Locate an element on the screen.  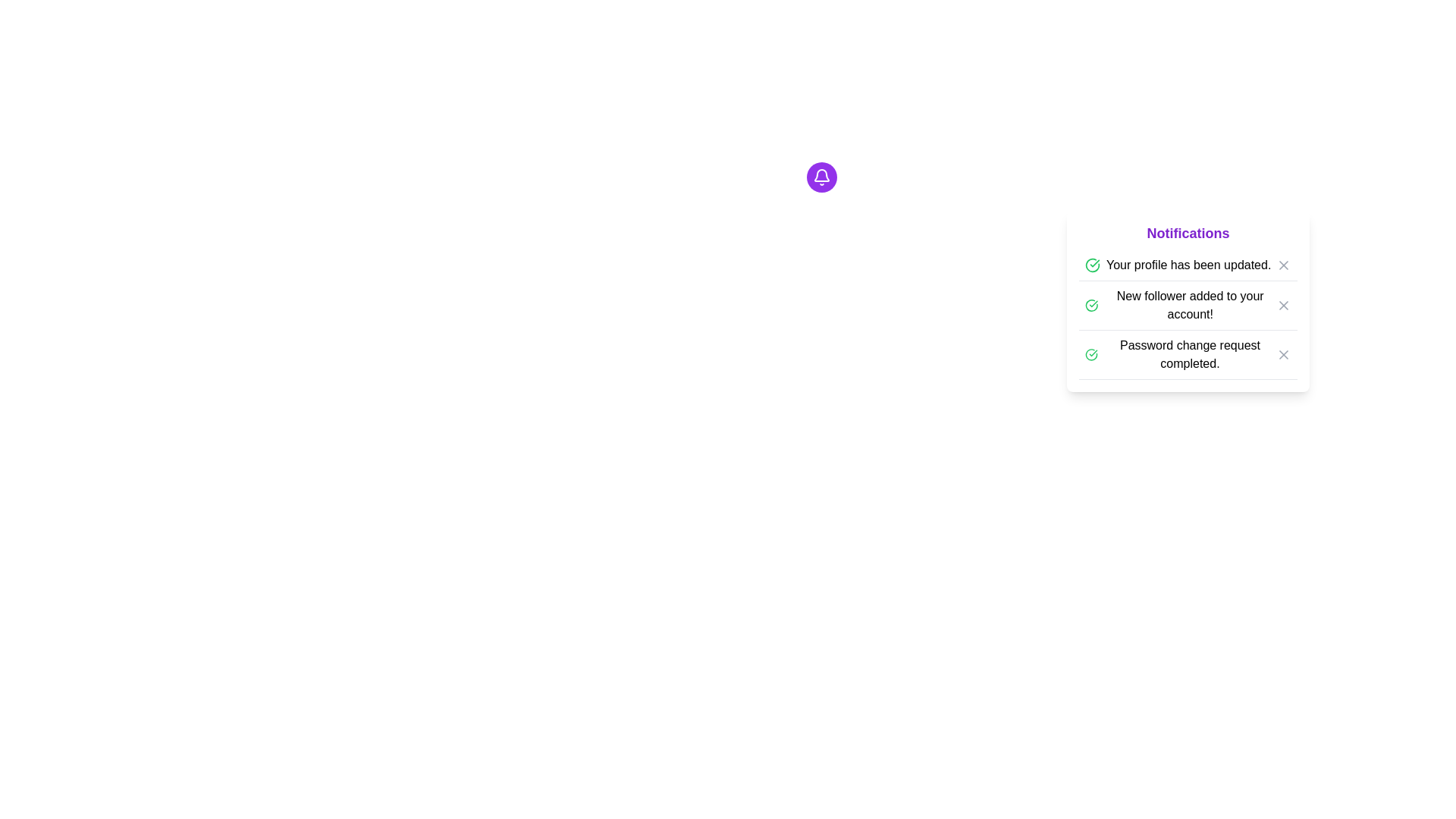
the text label that notifies the user of a new follower being added to their account, located between the messages 'Your profile has been updated.' and 'Password change request completed.' is located at coordinates (1179, 305).